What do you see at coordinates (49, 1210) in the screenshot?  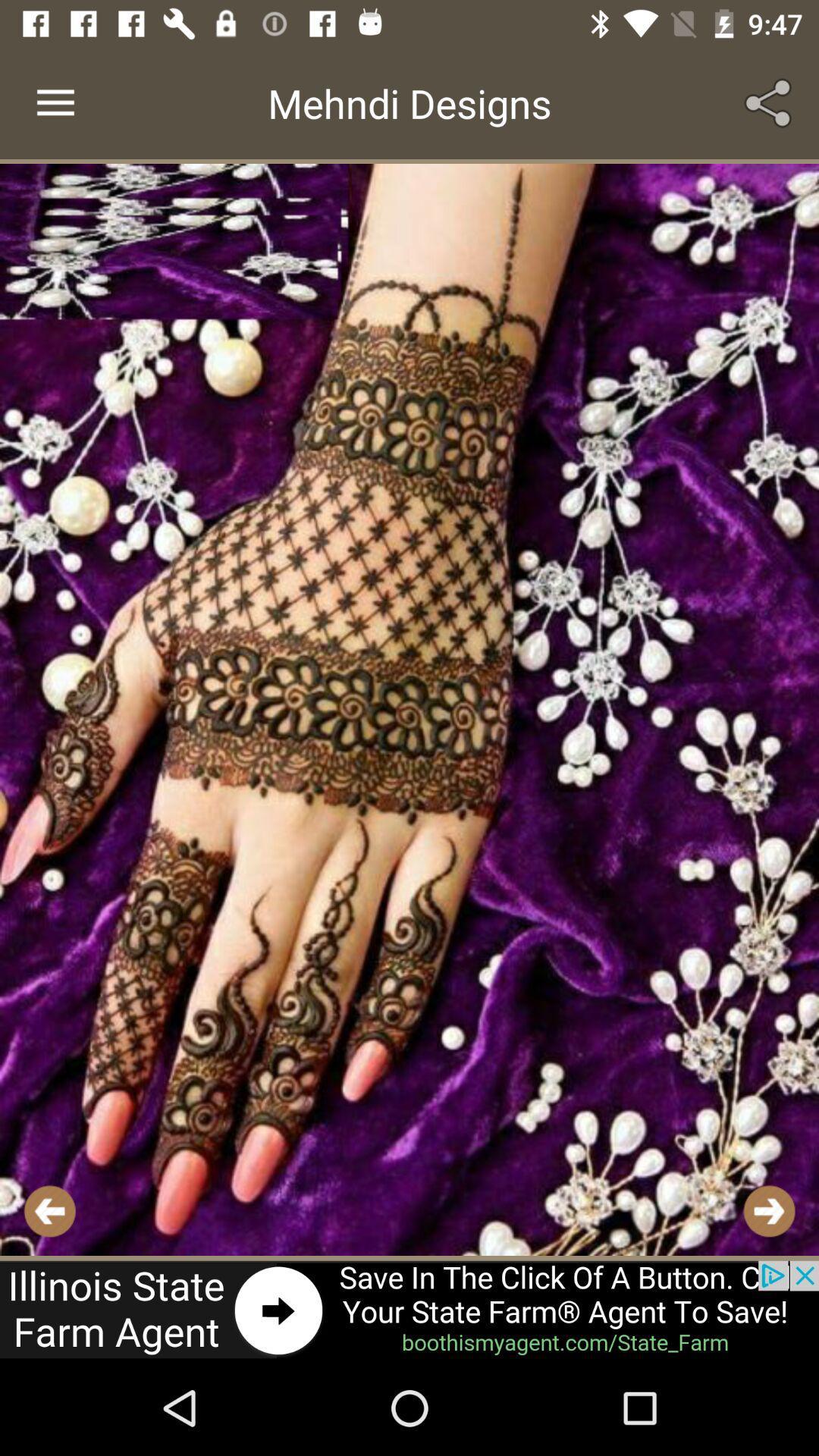 I see `the arrow_backward icon` at bounding box center [49, 1210].